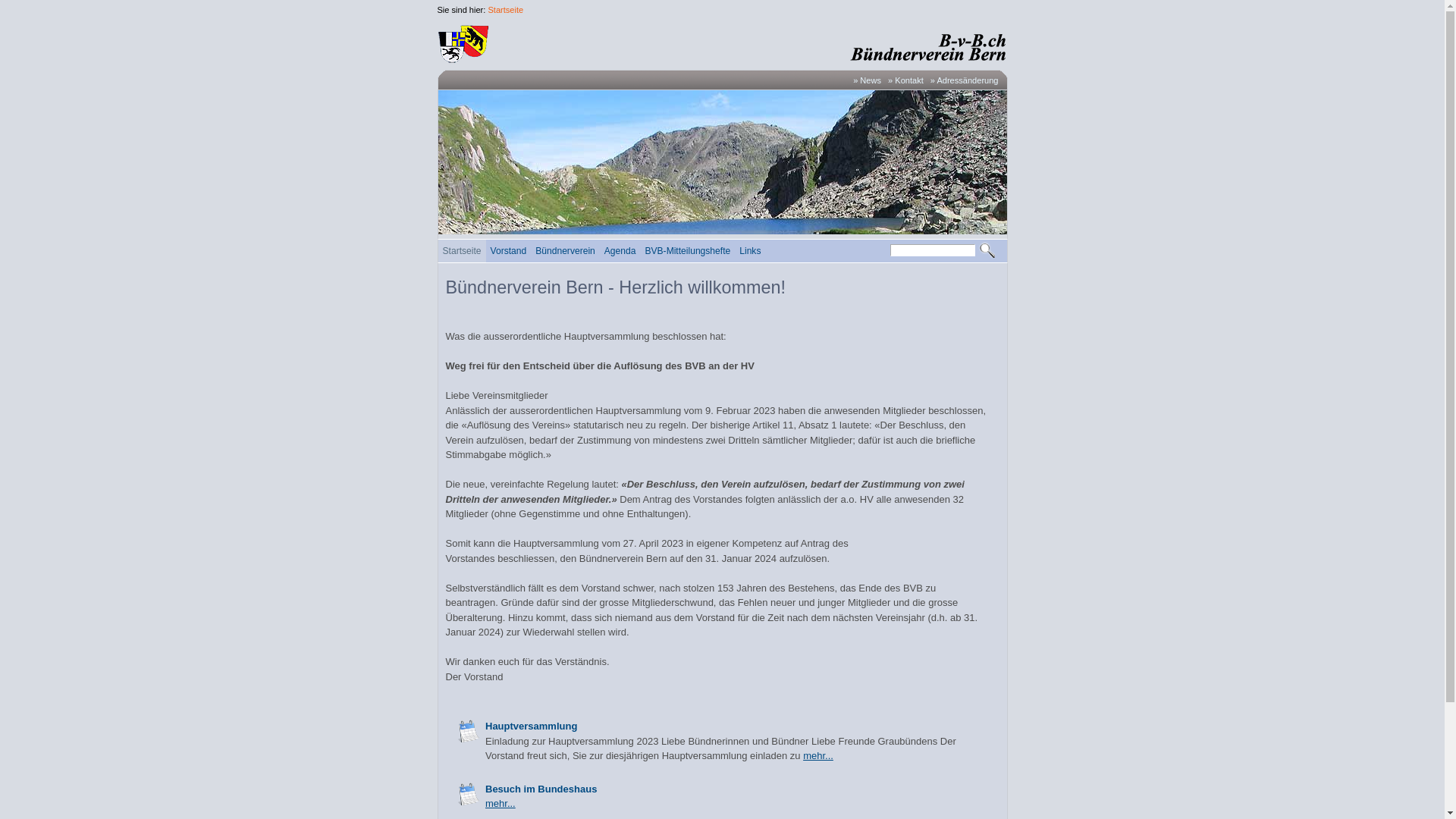 Image resolution: width=1456 pixels, height=819 pixels. What do you see at coordinates (541, 787) in the screenshot?
I see `'Besuch im Bundeshaus'` at bounding box center [541, 787].